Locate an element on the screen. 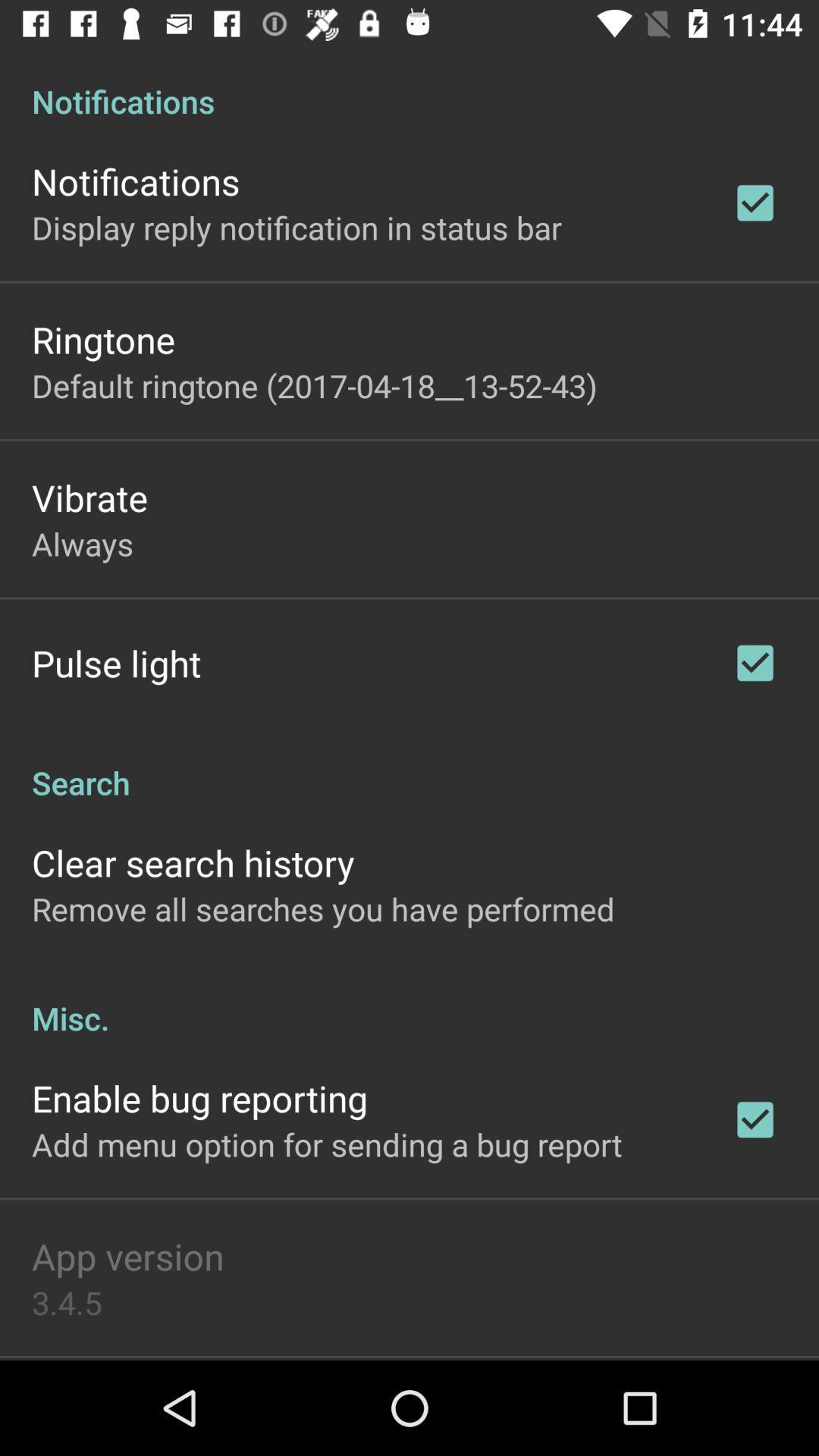  pulse light is located at coordinates (115, 663).